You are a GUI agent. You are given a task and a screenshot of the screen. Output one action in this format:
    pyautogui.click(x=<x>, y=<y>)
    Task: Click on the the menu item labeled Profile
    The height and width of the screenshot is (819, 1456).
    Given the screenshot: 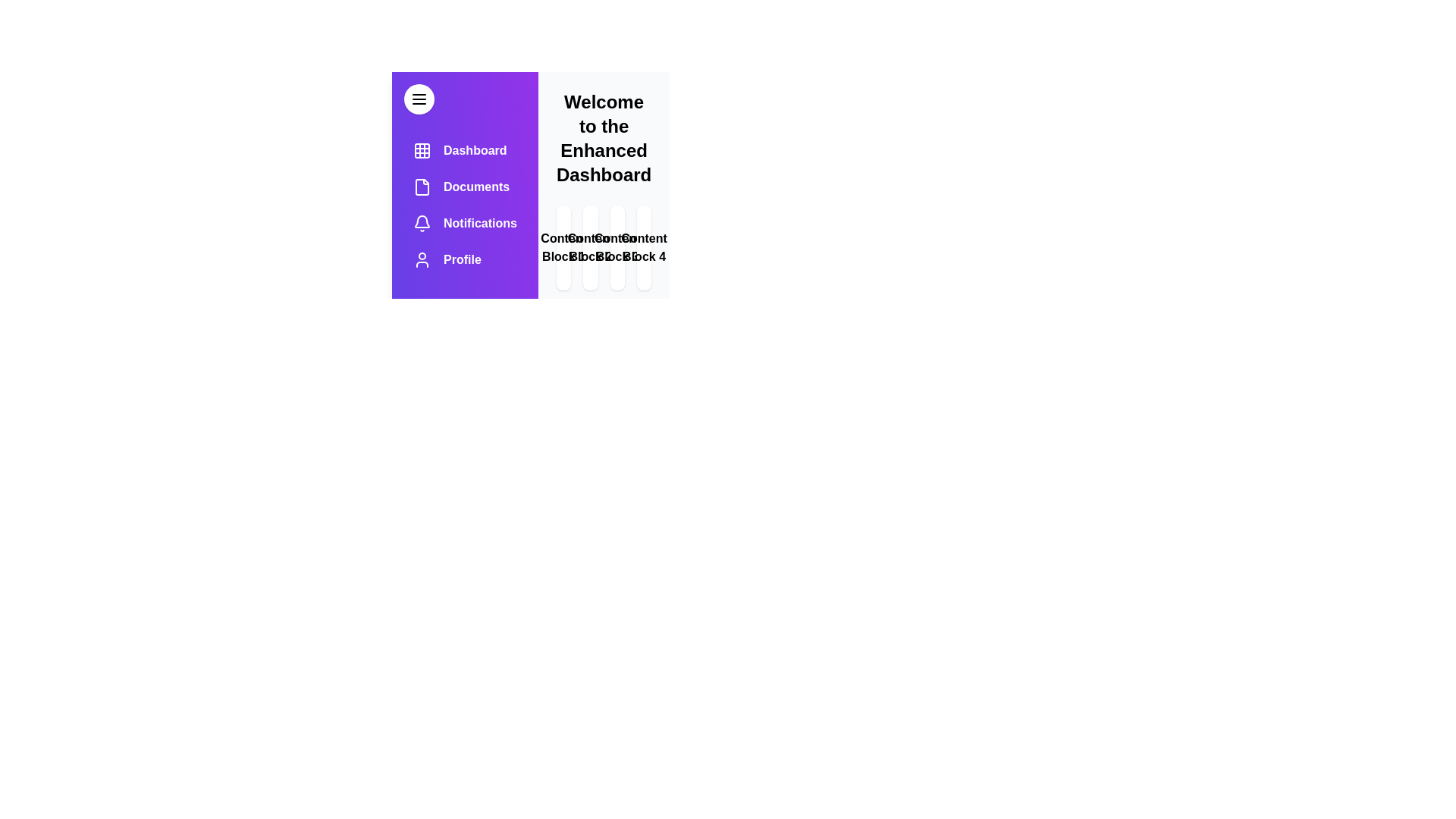 What is the action you would take?
    pyautogui.click(x=464, y=259)
    